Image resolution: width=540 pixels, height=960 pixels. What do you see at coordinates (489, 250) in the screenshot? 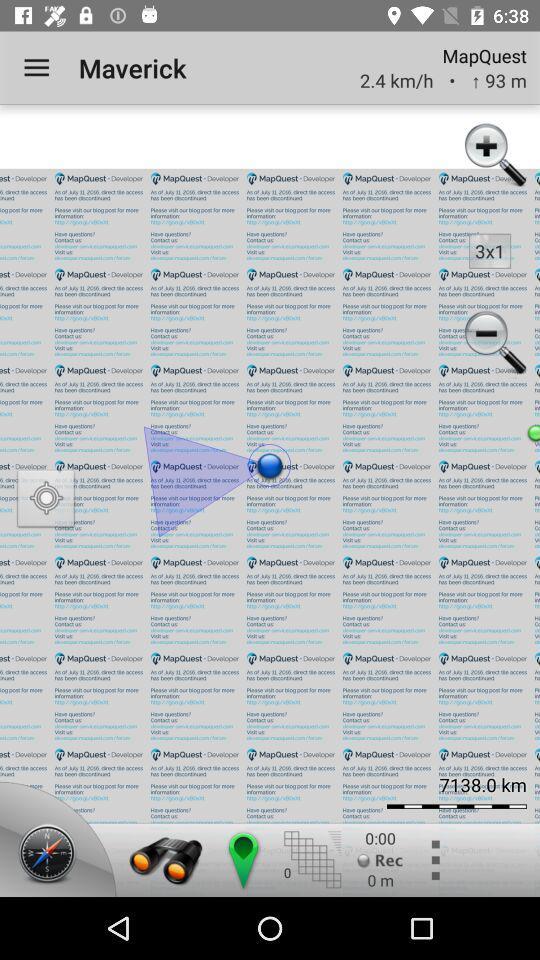
I see `the 2x1 icon` at bounding box center [489, 250].